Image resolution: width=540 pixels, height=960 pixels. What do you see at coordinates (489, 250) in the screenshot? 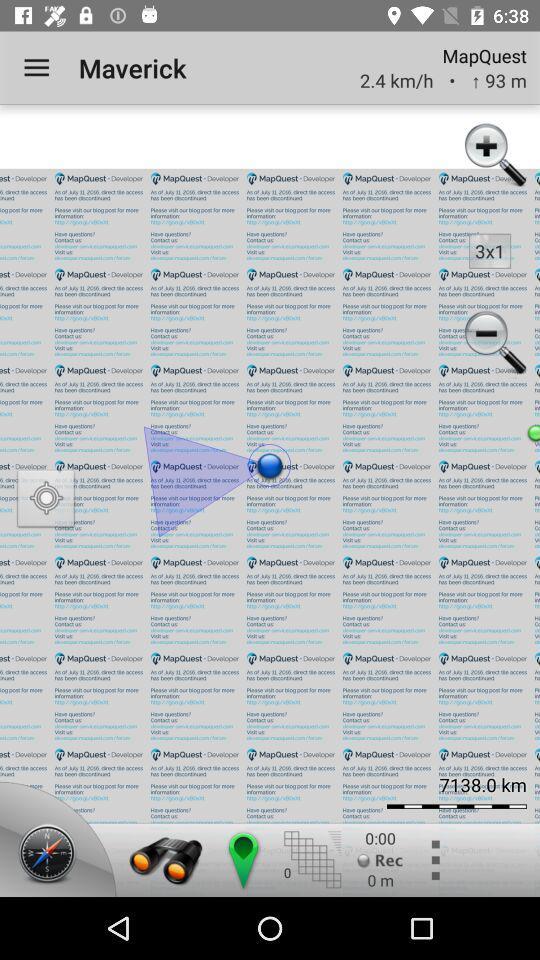
I see `the 2x1 icon` at bounding box center [489, 250].